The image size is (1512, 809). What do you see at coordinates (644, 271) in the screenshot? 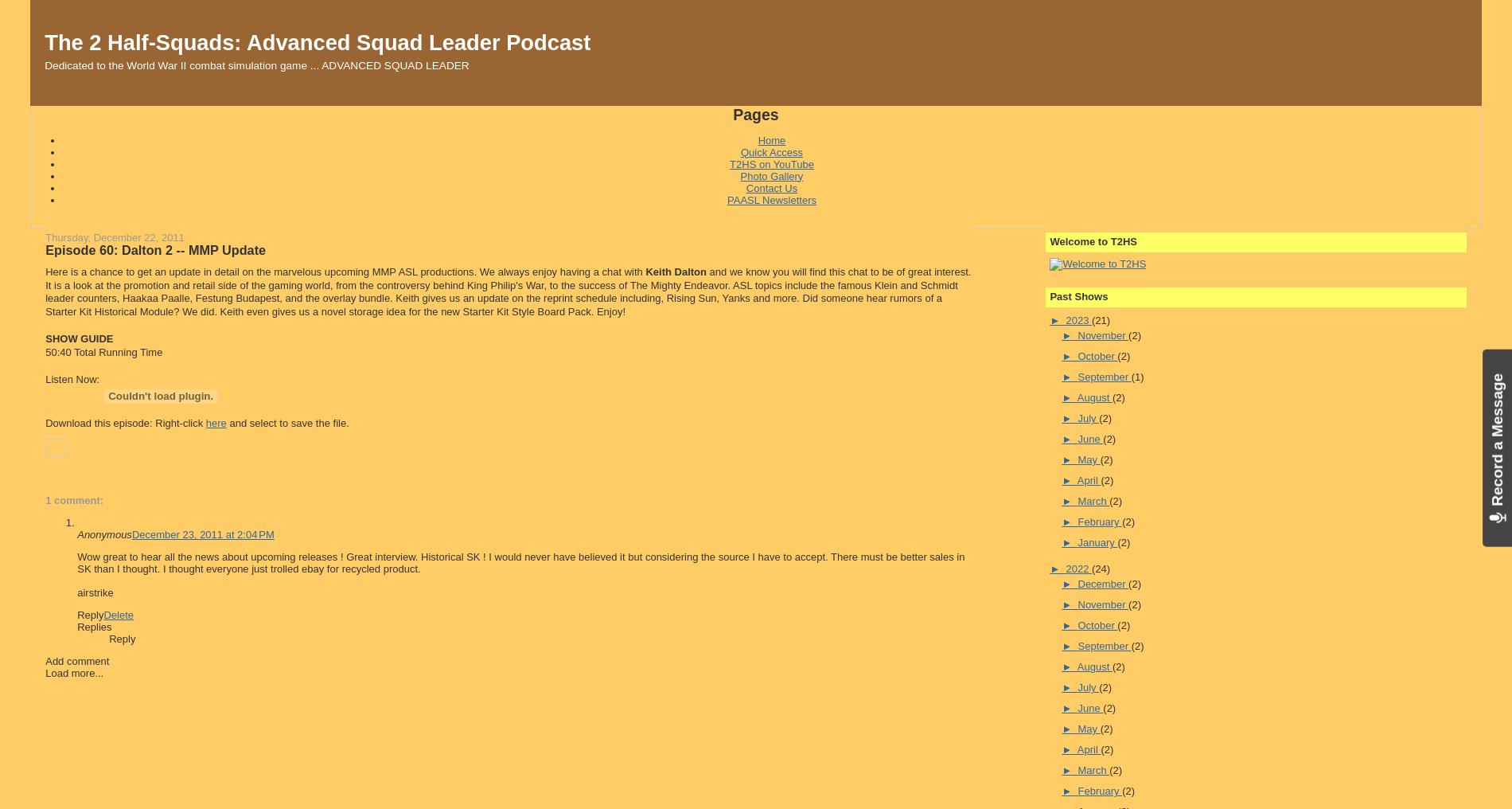
I see `'Keith Dalton'` at bounding box center [644, 271].